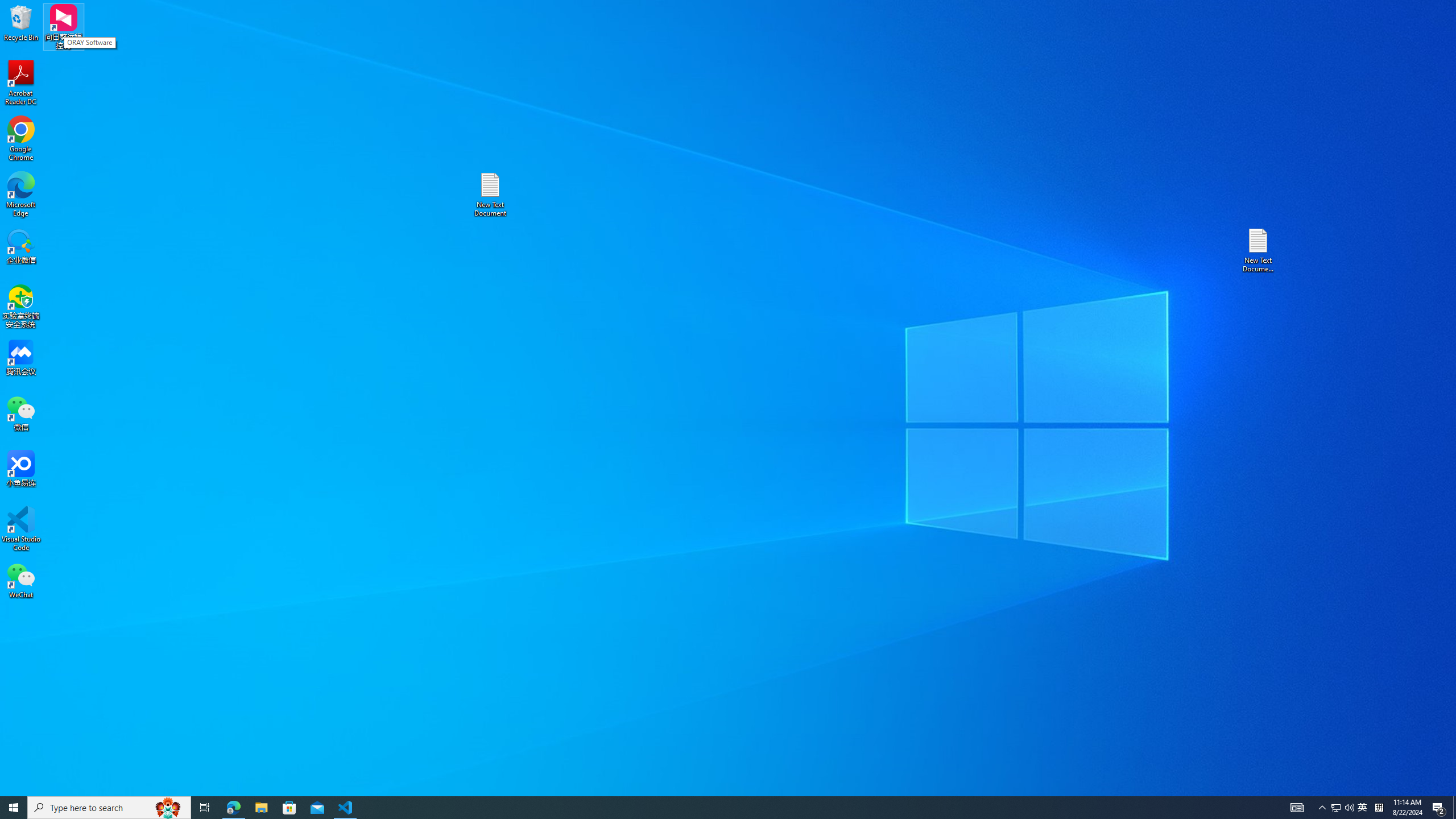 The width and height of the screenshot is (1456, 819). What do you see at coordinates (20, 194) in the screenshot?
I see `'Microsoft Edge'` at bounding box center [20, 194].